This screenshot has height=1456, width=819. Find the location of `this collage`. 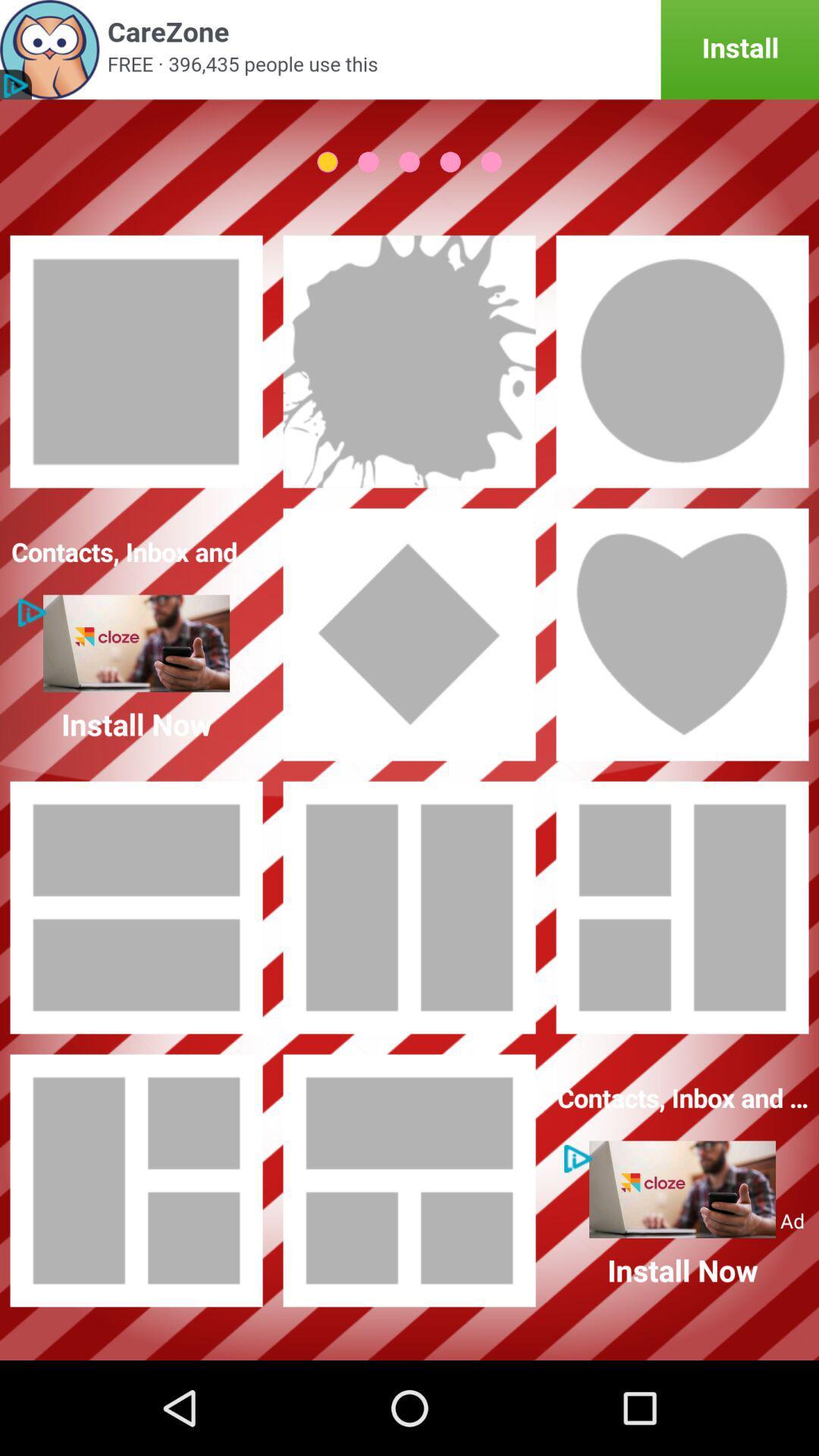

this collage is located at coordinates (409, 907).